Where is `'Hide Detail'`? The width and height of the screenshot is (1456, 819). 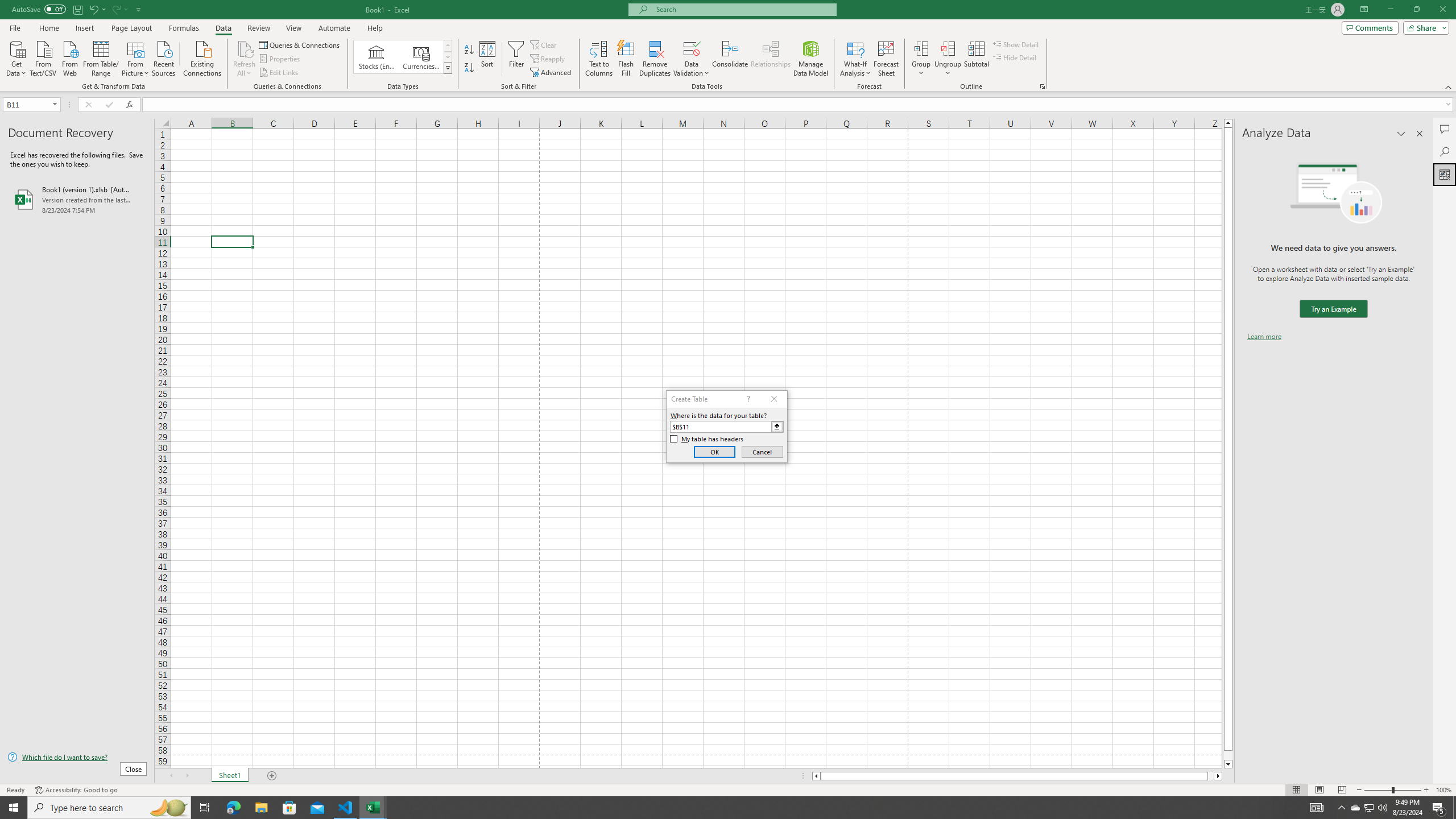
'Hide Detail' is located at coordinates (1015, 56).